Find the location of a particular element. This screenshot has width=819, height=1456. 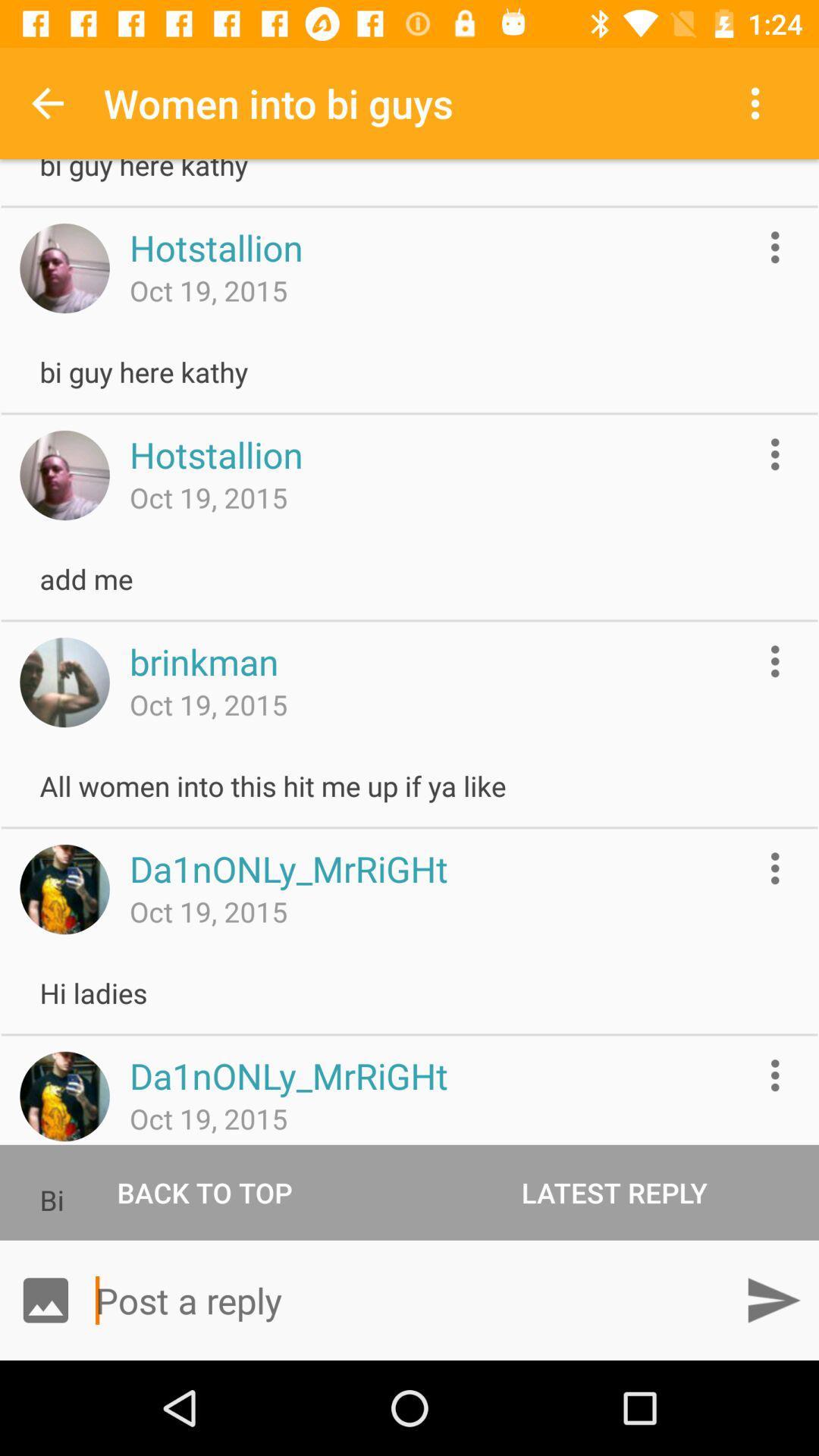

icon next to women into bi app is located at coordinates (759, 102).